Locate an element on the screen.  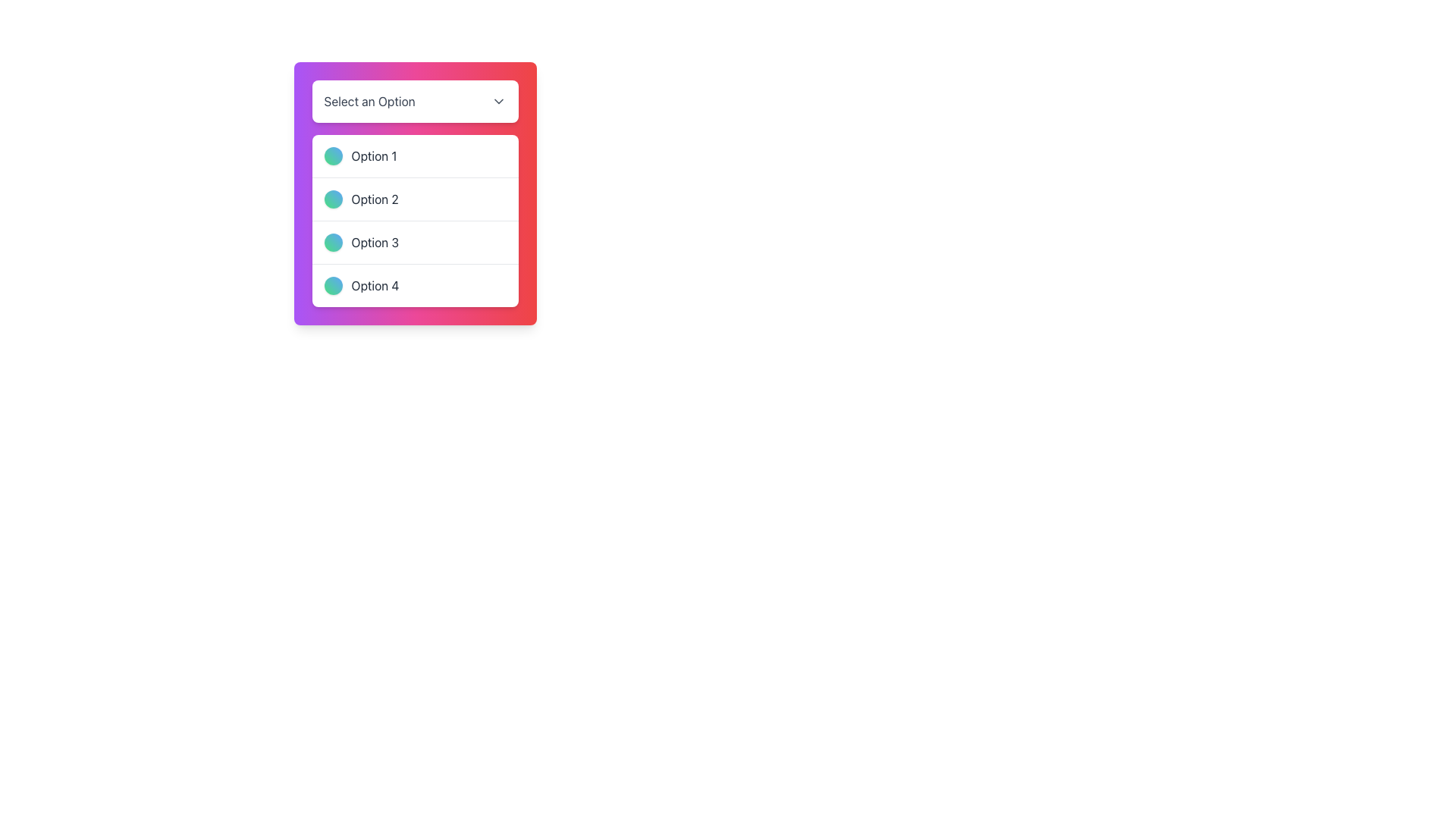
displayed text 'Option 1' from the text label, which is styled in dark gray and is part of a dropdown menu item is located at coordinates (374, 155).